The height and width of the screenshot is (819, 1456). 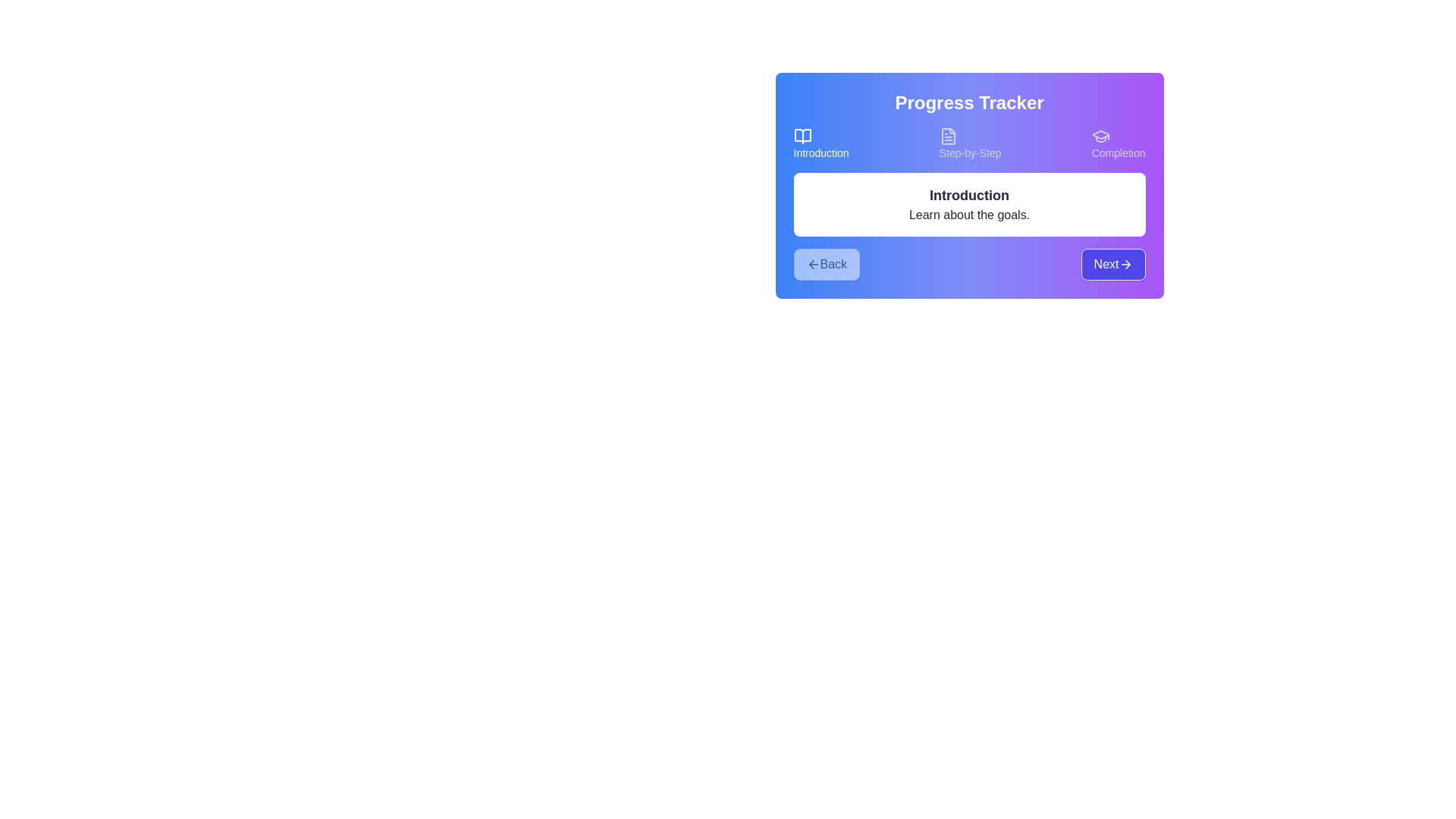 I want to click on Back button to navigate through the steps, so click(x=825, y=263).